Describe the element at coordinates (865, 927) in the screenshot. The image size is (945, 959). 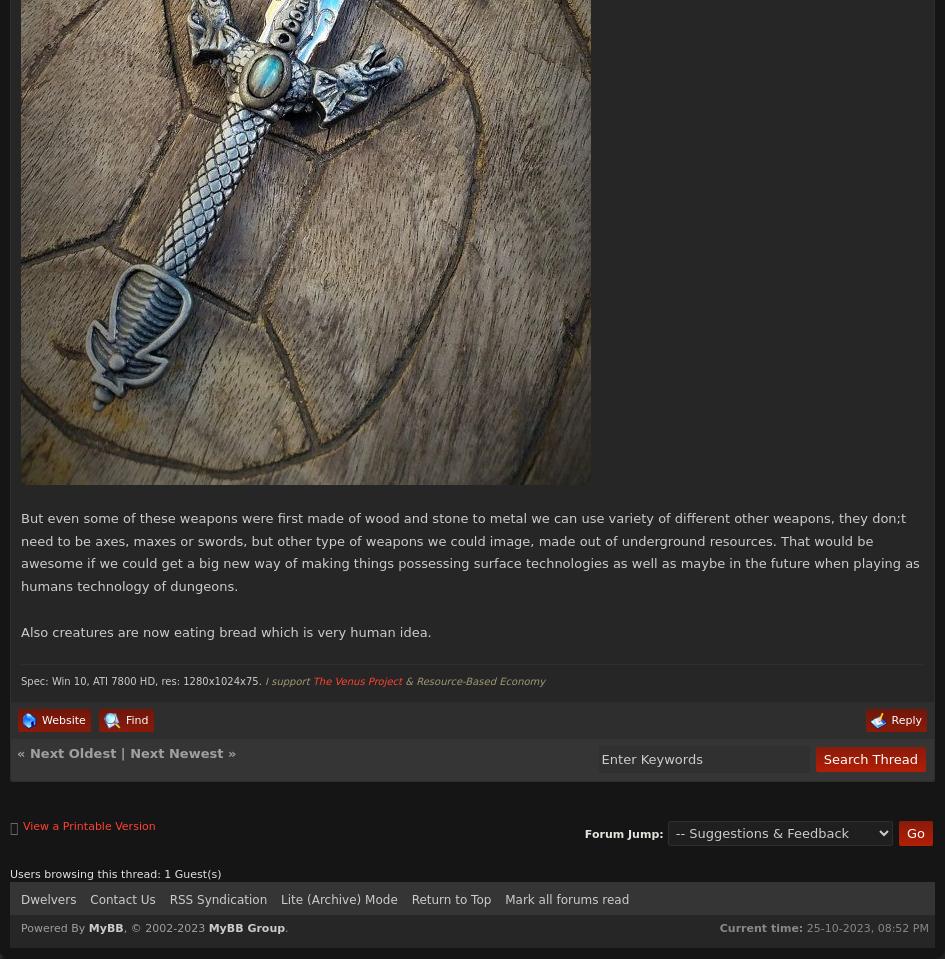
I see `'25-10-2023, 08:52 PM'` at that location.